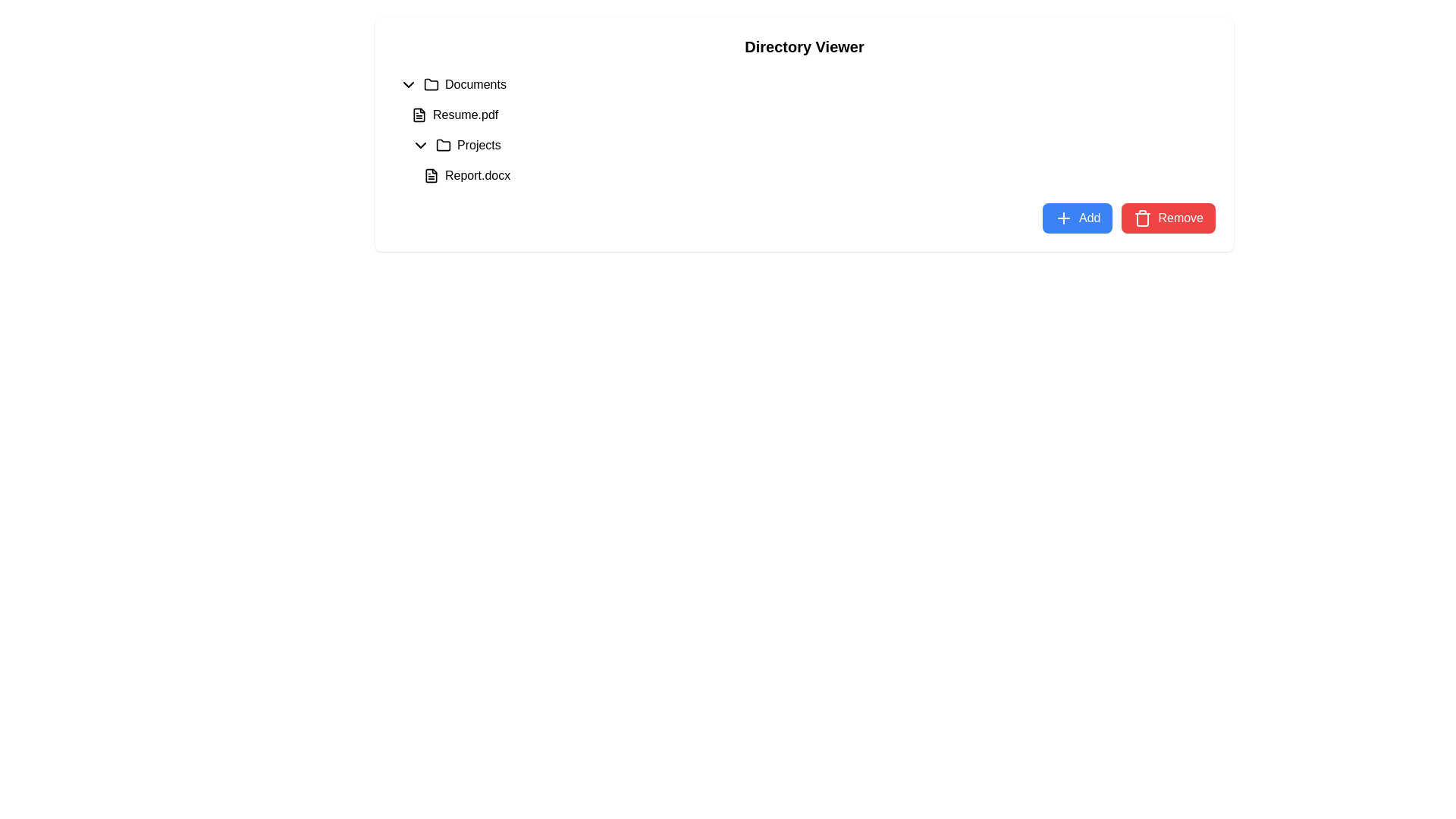  I want to click on the SVG-based file icon representing 'Report.docx', which is positioned to the left of its text label in the directory tree under the 'Projects' folder, so click(431, 174).